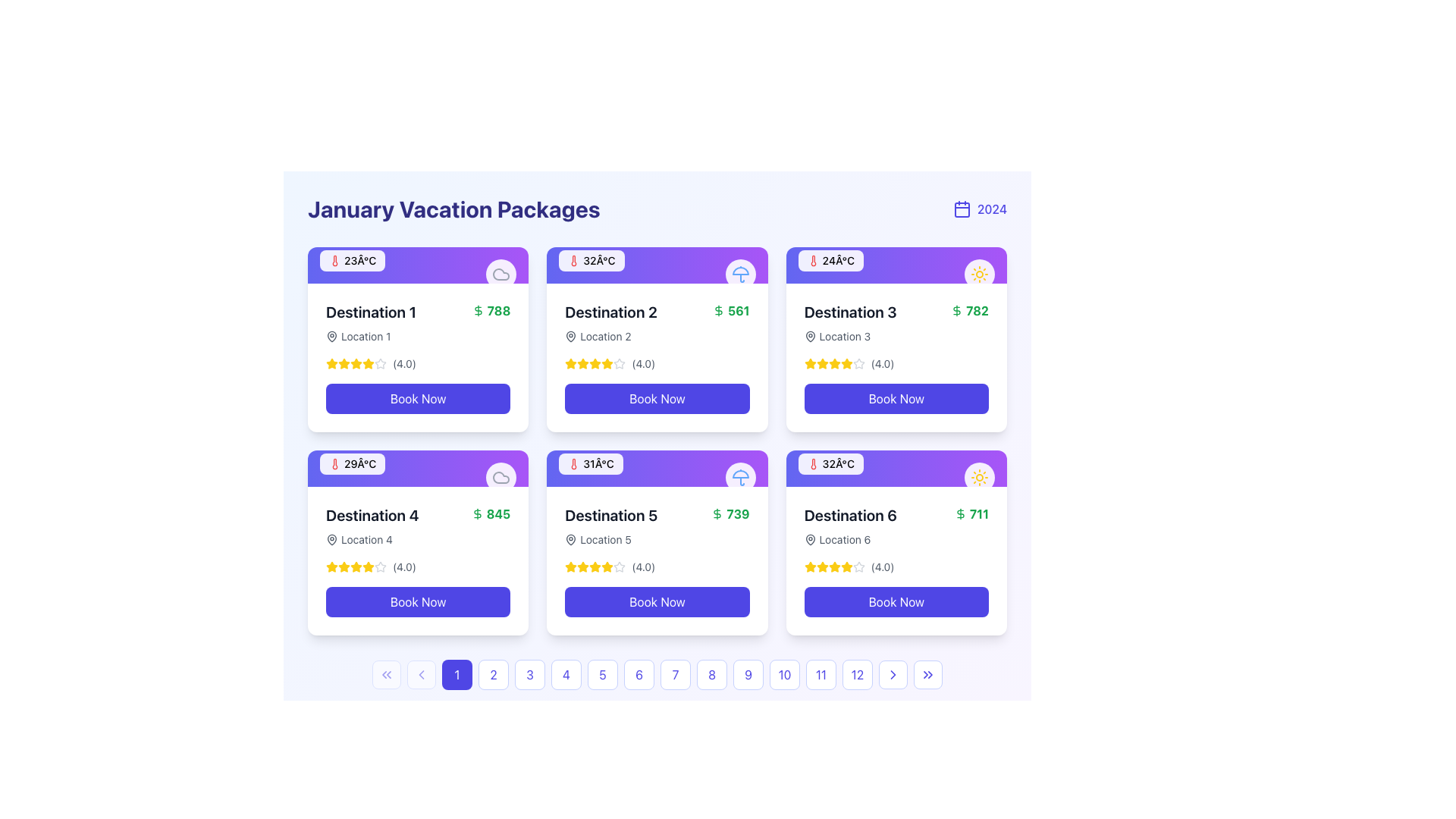  I want to click on the text label indicating the destination for the vacation package card, which is located in the first row of the second column, above 'Location 3' and adjacent to the 'Book Now' button, so click(850, 312).